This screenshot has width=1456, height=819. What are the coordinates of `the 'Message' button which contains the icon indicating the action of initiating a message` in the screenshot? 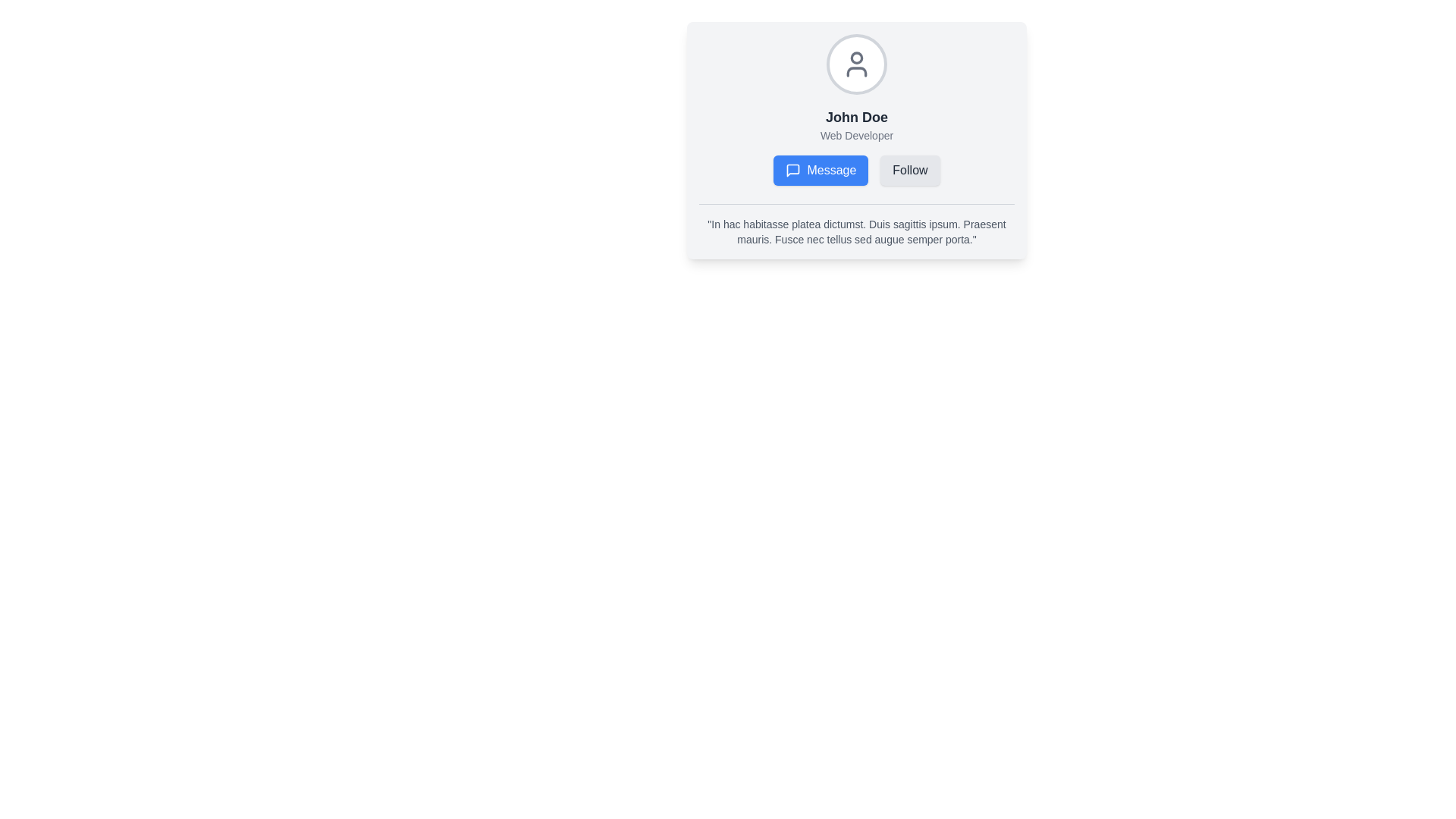 It's located at (792, 170).